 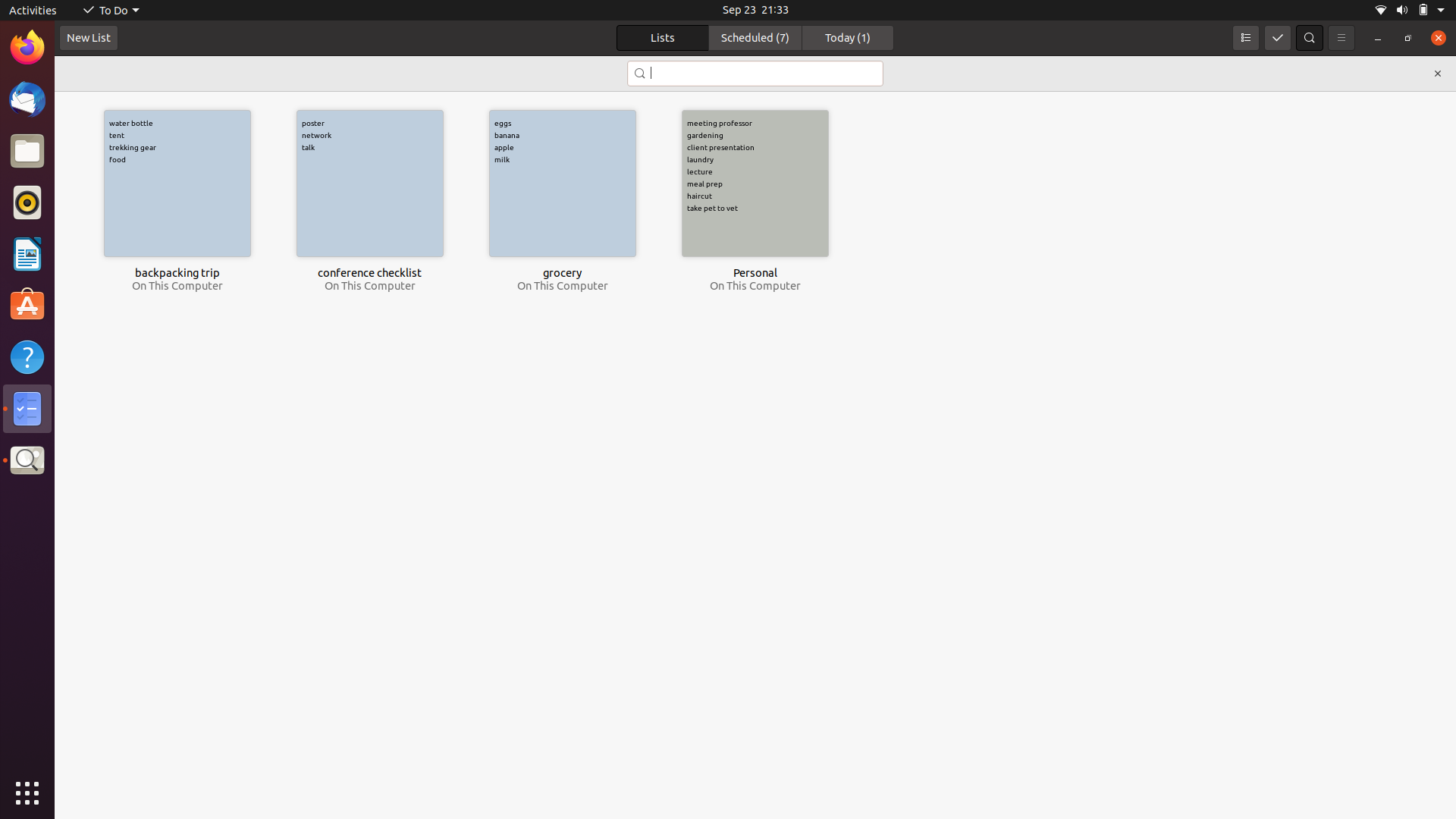 I want to click on the tasks due for today, so click(x=847, y=37).